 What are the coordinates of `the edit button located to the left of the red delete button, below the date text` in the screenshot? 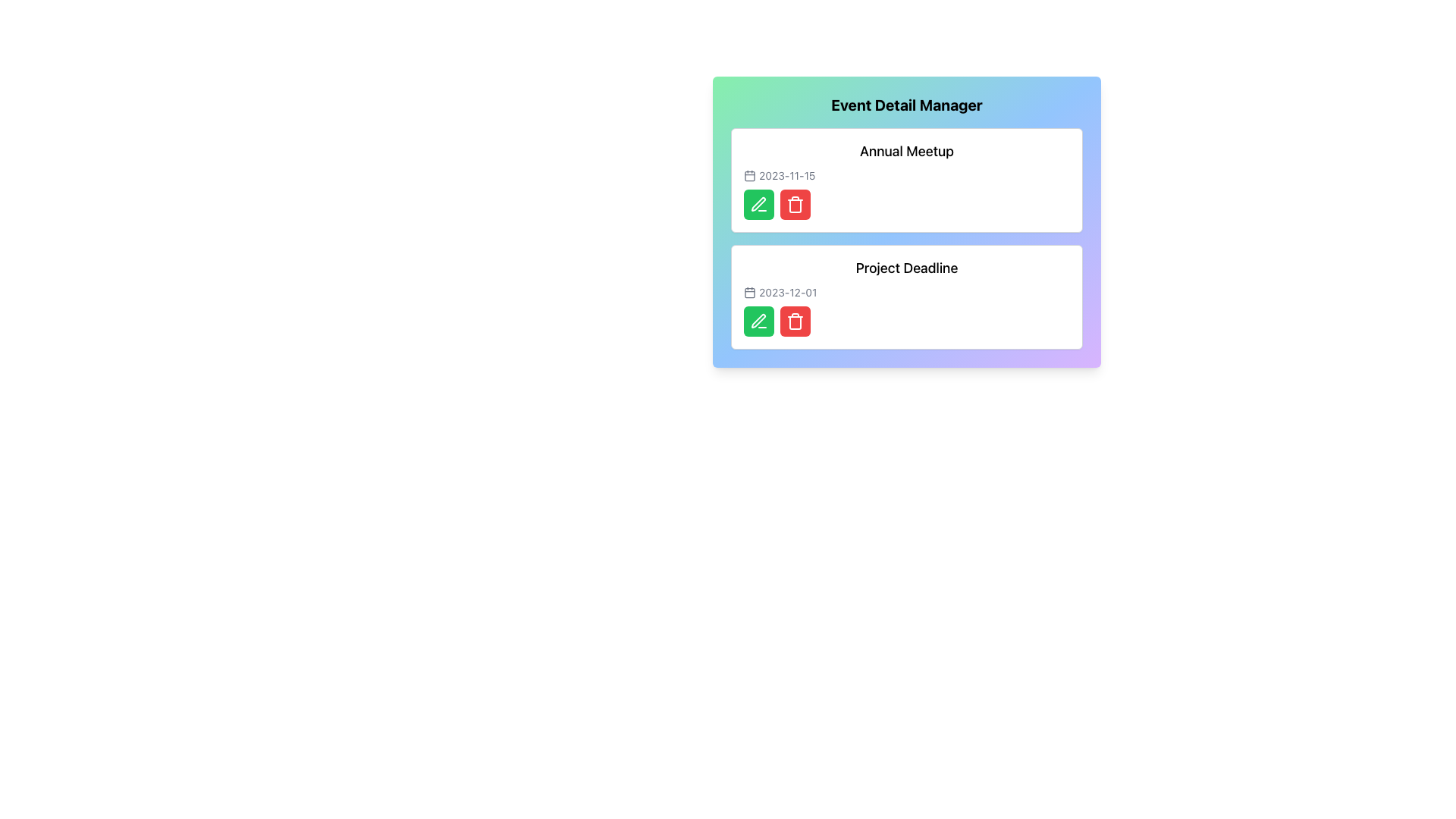 It's located at (758, 203).